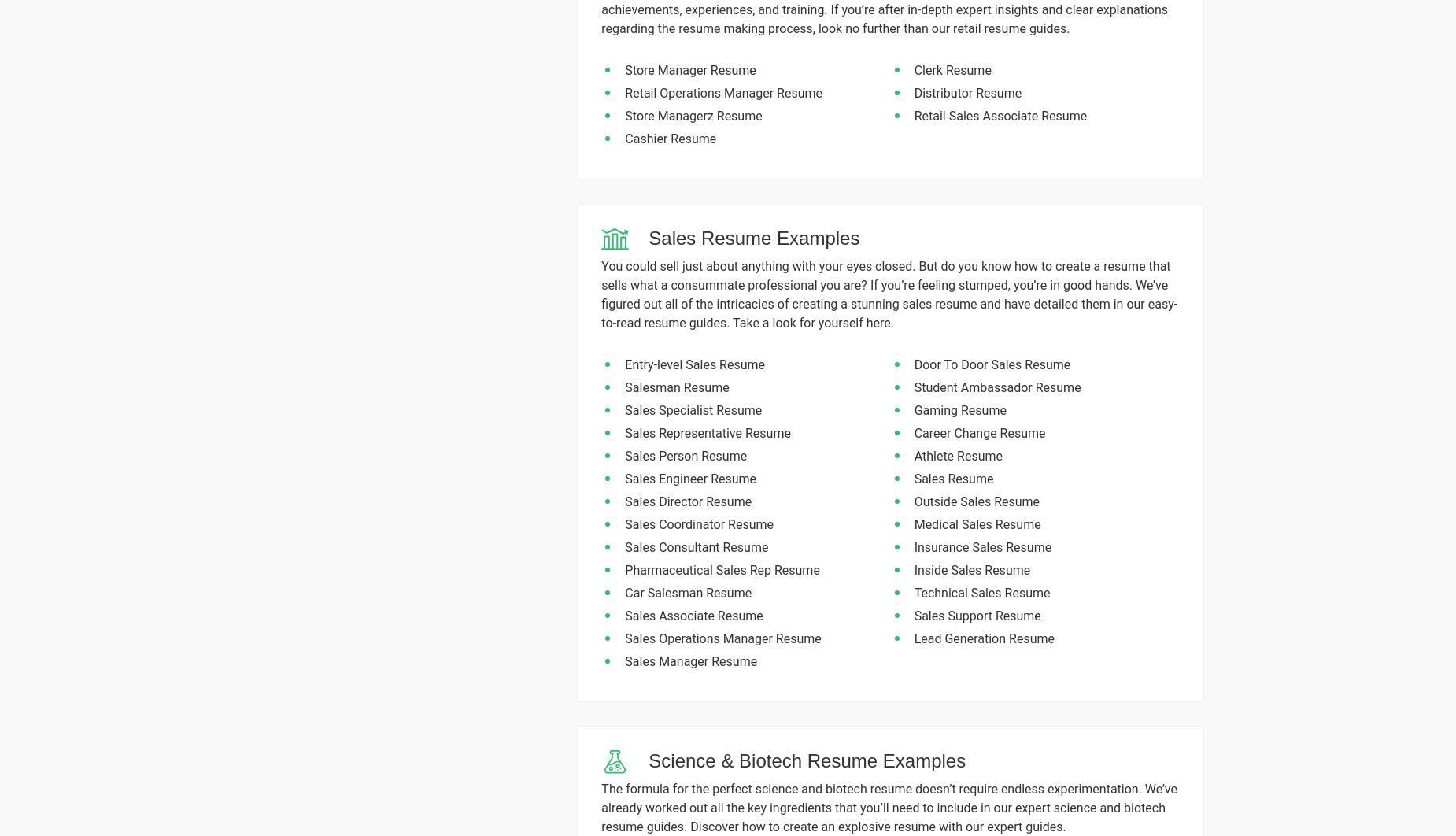 This screenshot has width=1456, height=836. Describe the element at coordinates (913, 364) in the screenshot. I see `'Door To Door Sales Resume'` at that location.